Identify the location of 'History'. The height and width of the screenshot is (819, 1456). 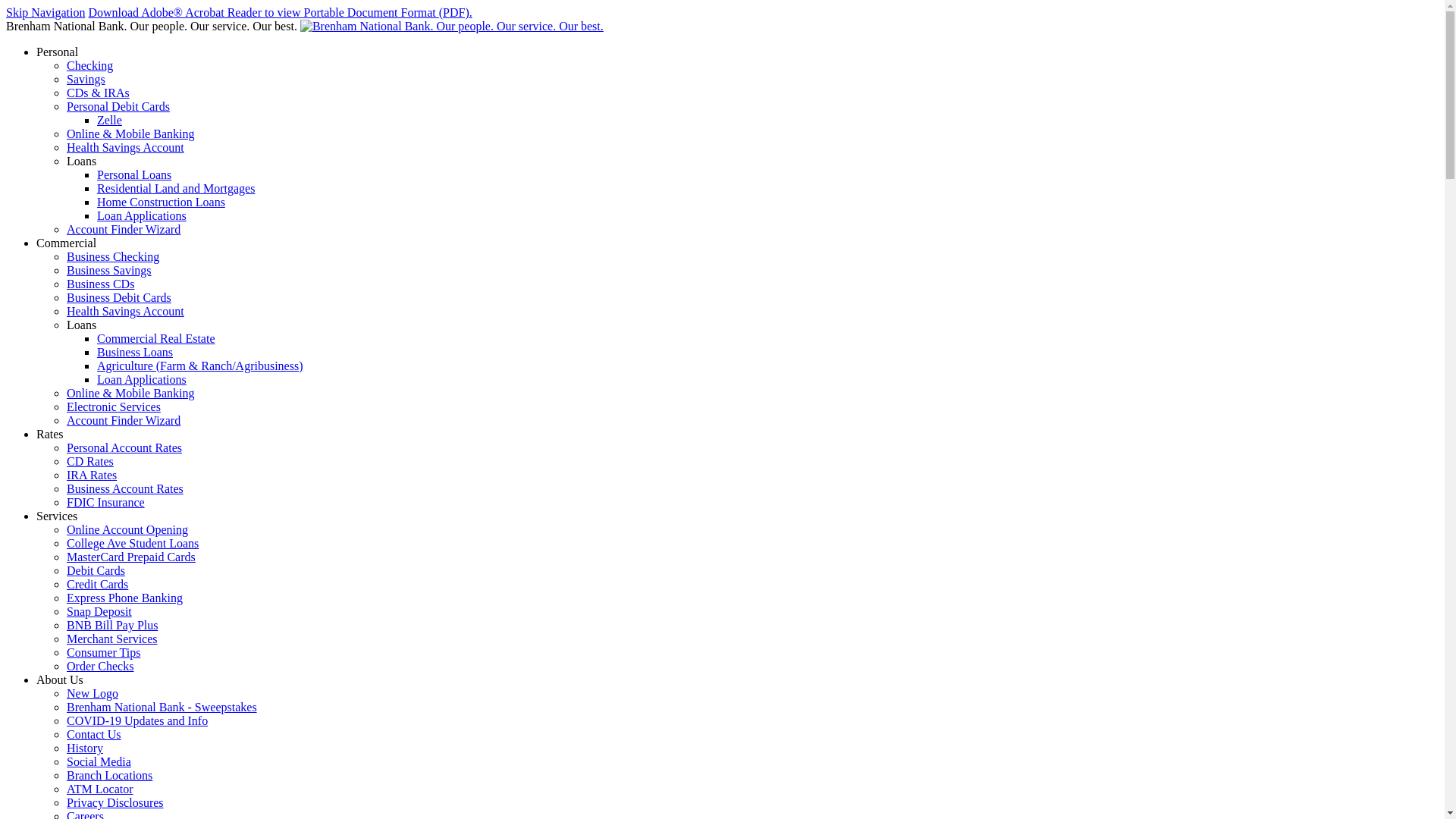
(83, 747).